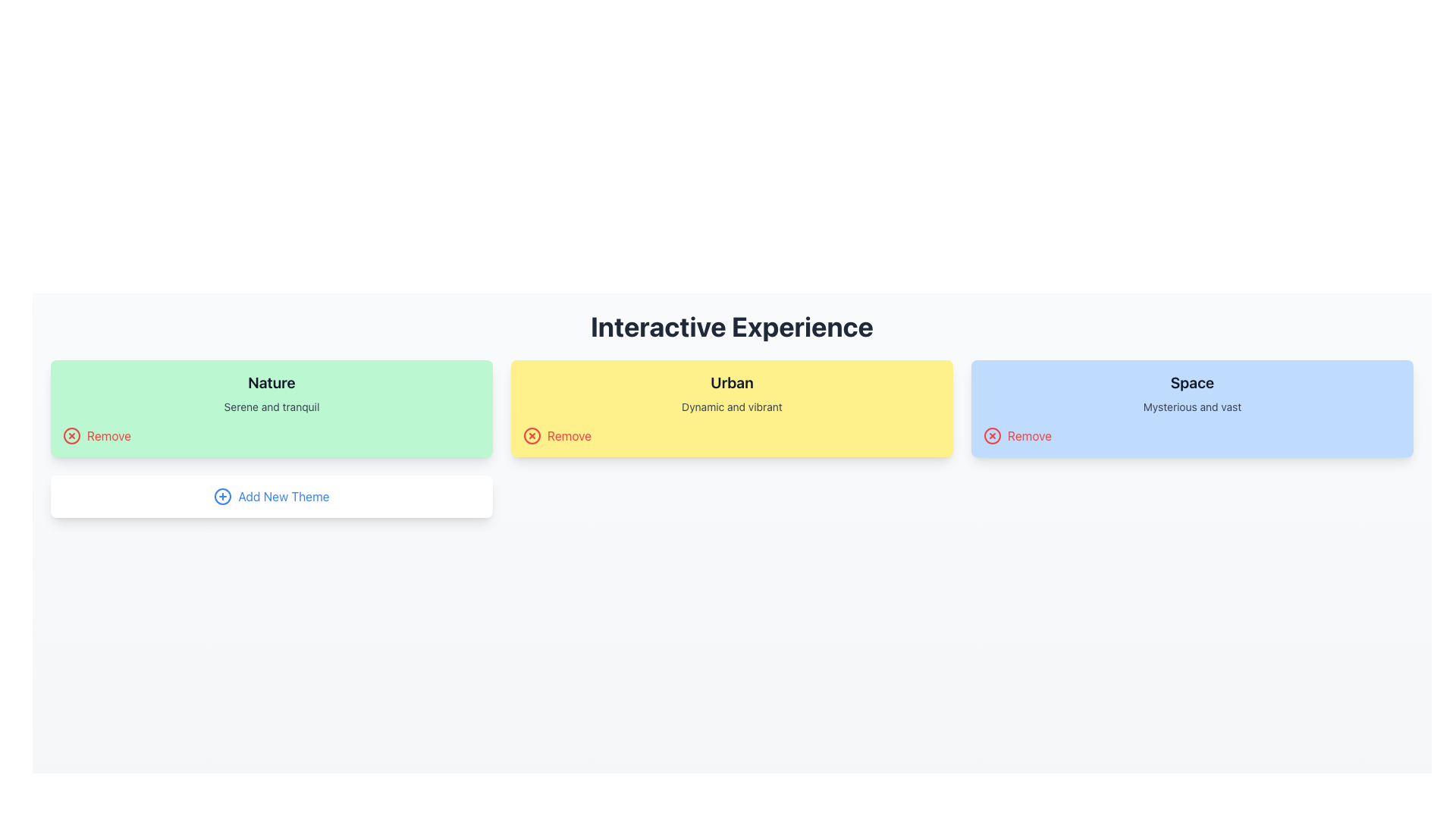 The image size is (1456, 819). I want to click on the 'Remove' text label styled in red, located within the green card labeled 'Nature', so click(108, 435).